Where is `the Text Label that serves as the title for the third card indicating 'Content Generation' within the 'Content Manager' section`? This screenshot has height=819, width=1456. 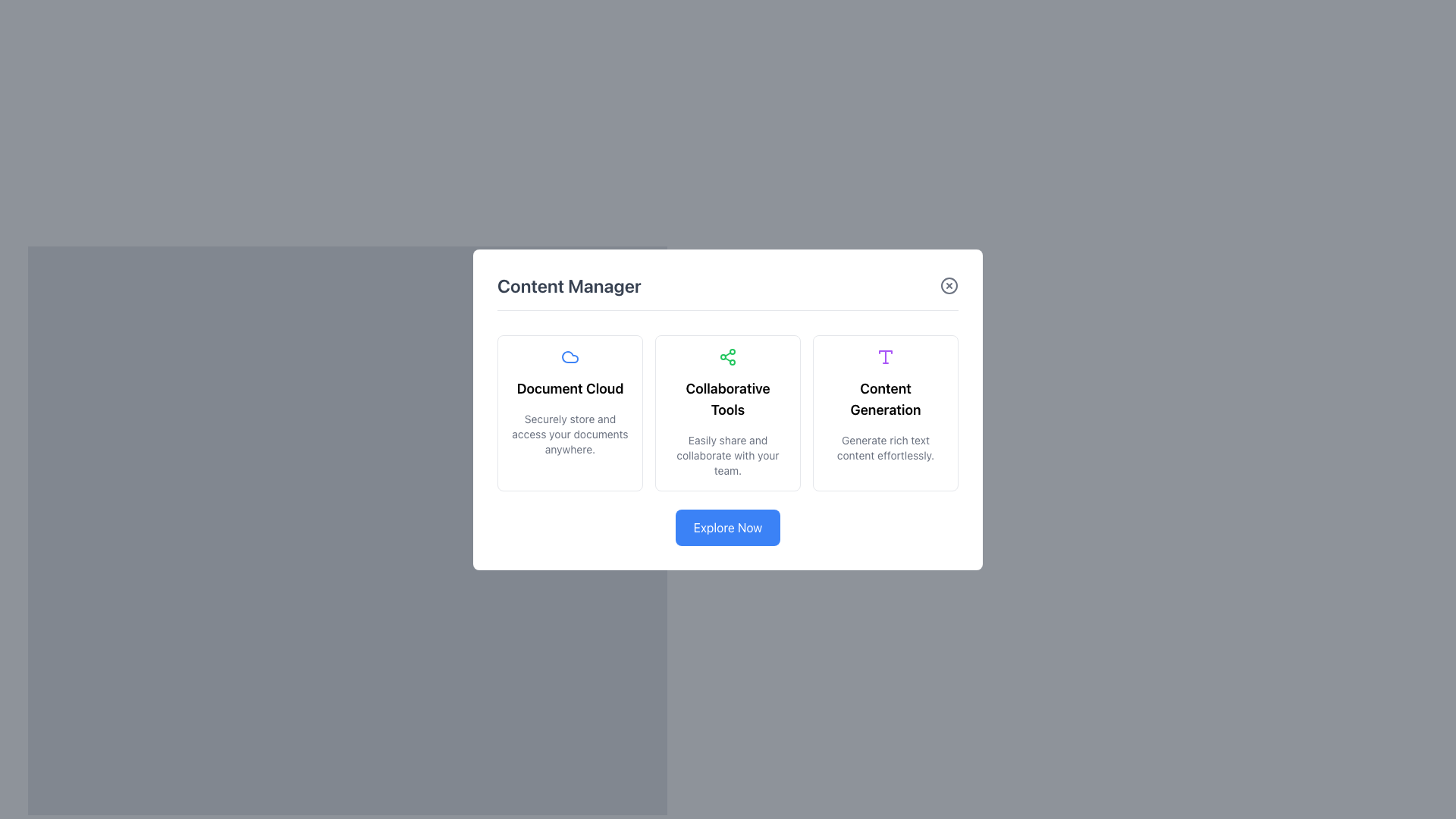 the Text Label that serves as the title for the third card indicating 'Content Generation' within the 'Content Manager' section is located at coordinates (885, 398).